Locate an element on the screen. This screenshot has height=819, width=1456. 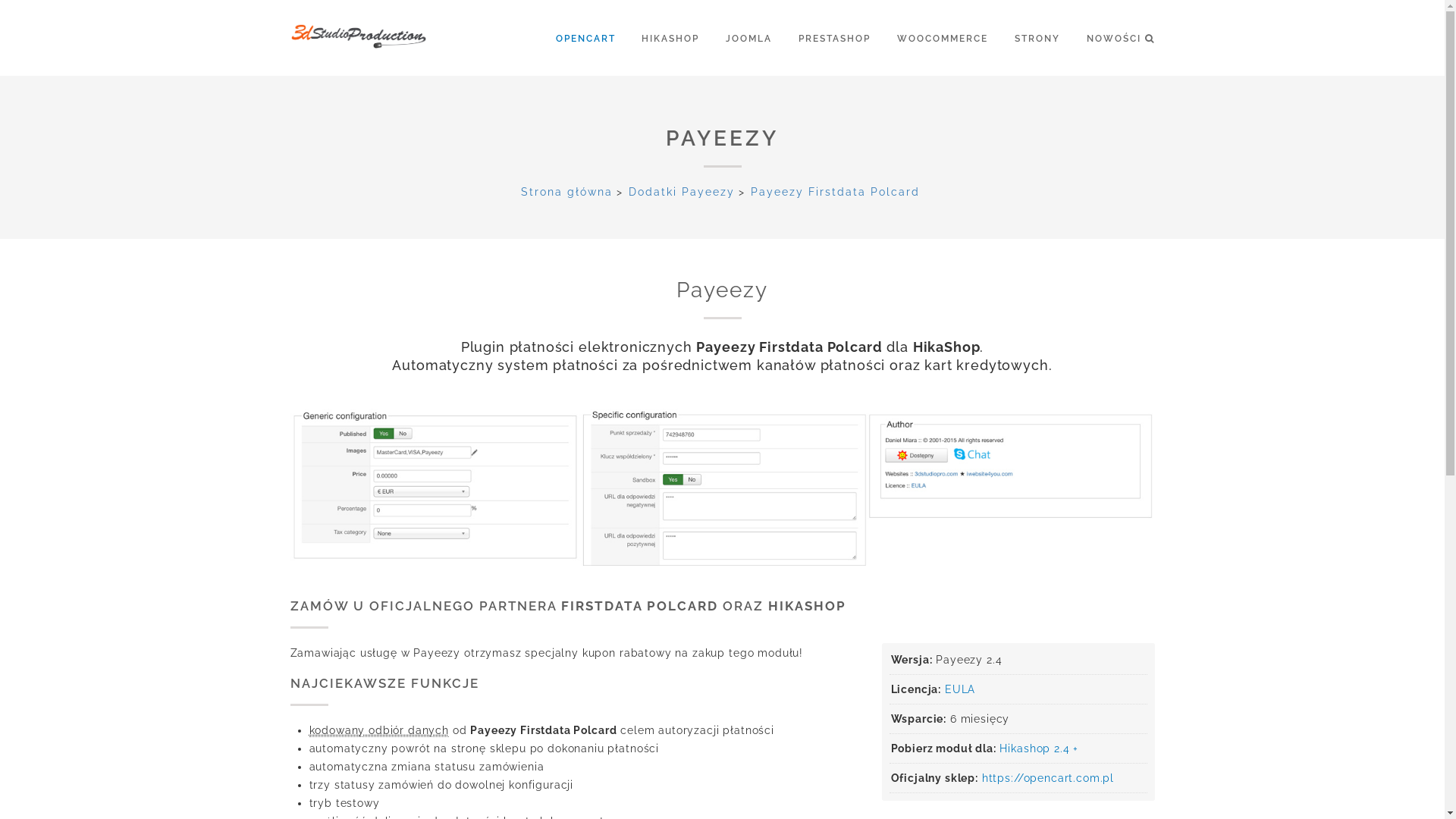
'JOOMLA' is located at coordinates (760, 37).